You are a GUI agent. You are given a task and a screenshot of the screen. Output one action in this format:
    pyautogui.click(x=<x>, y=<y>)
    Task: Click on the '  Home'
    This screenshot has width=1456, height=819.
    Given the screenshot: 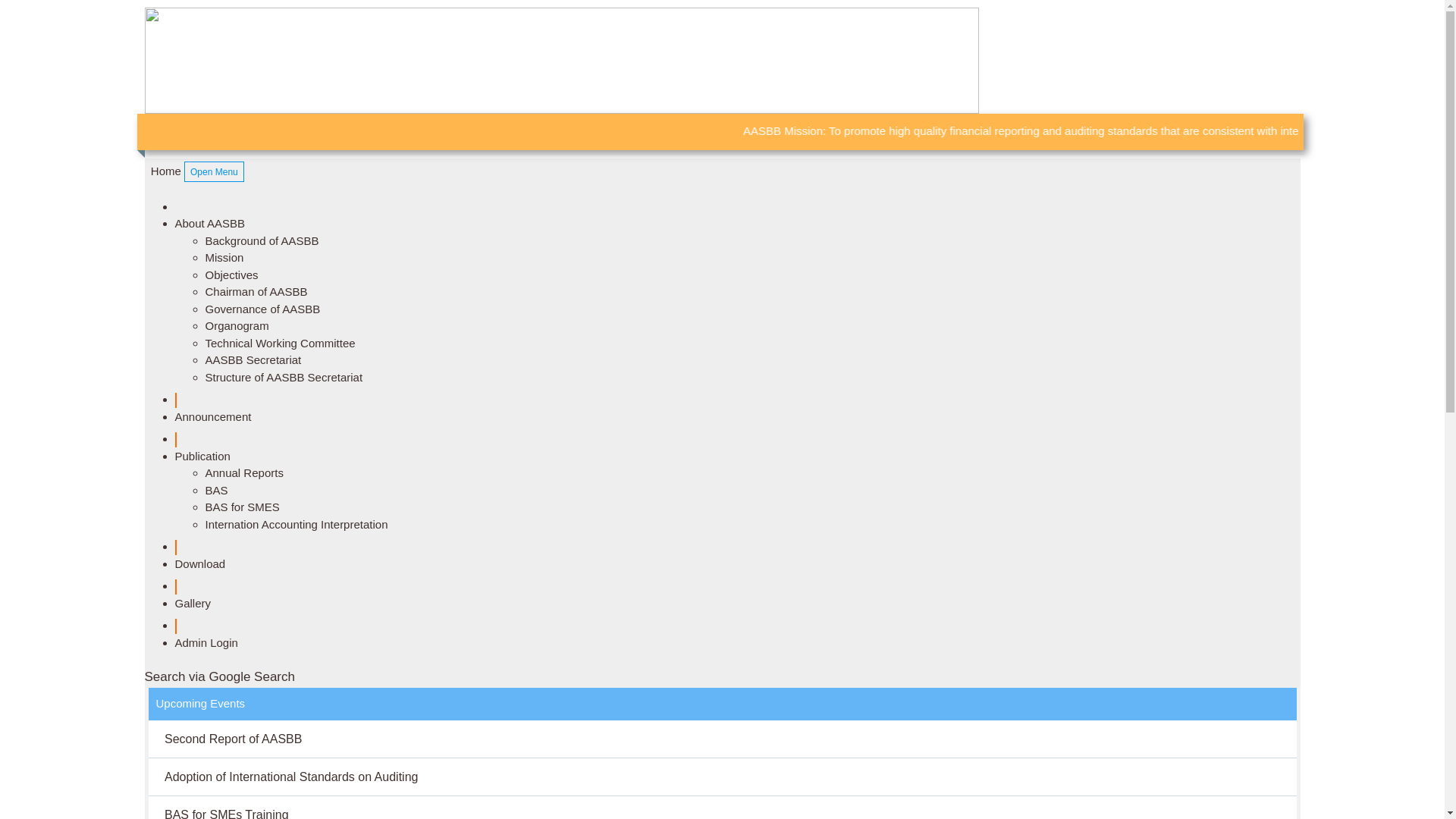 What is the action you would take?
    pyautogui.click(x=162, y=171)
    